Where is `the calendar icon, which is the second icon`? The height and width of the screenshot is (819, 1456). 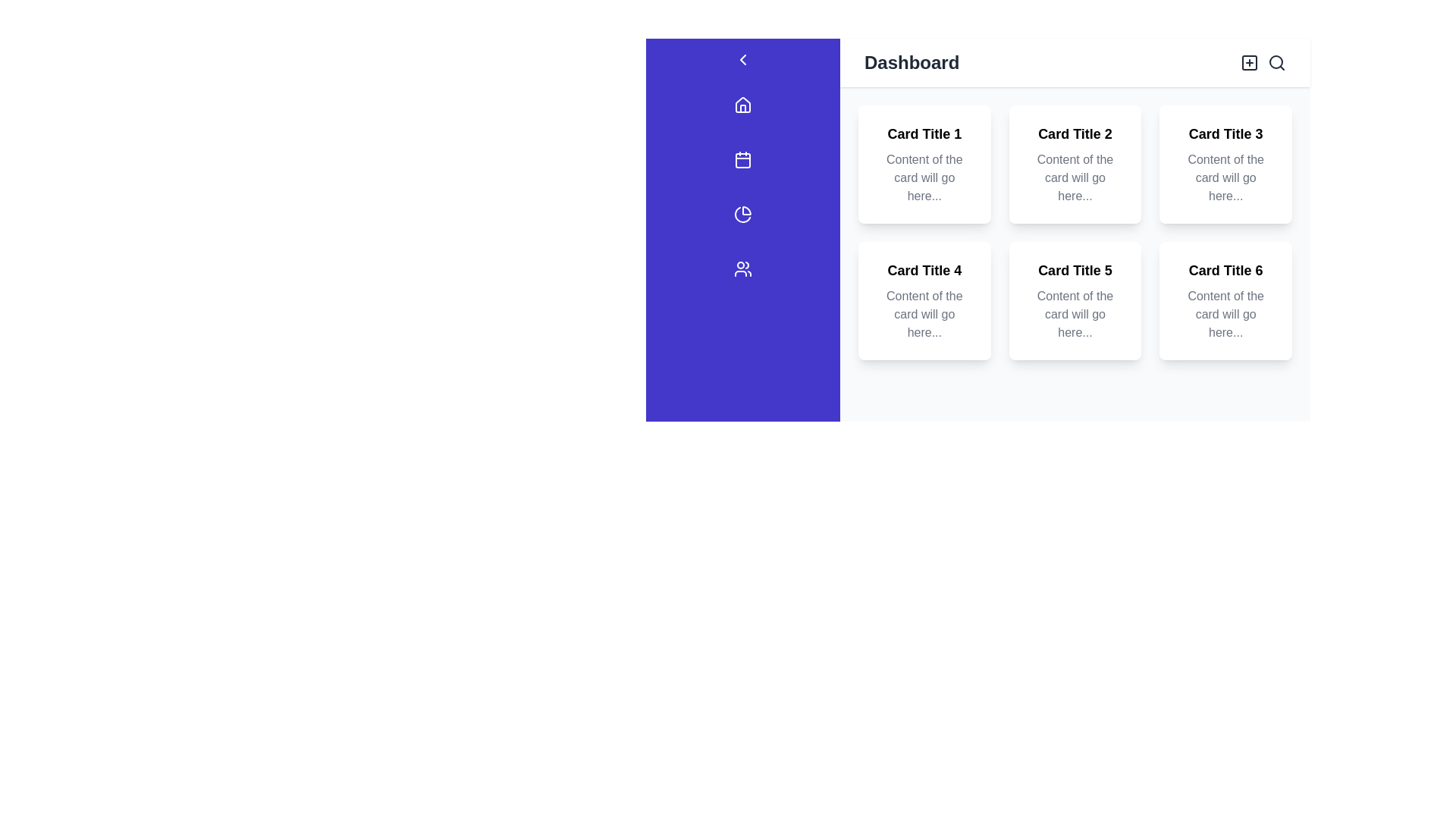
the calendar icon, which is the second icon is located at coordinates (742, 160).